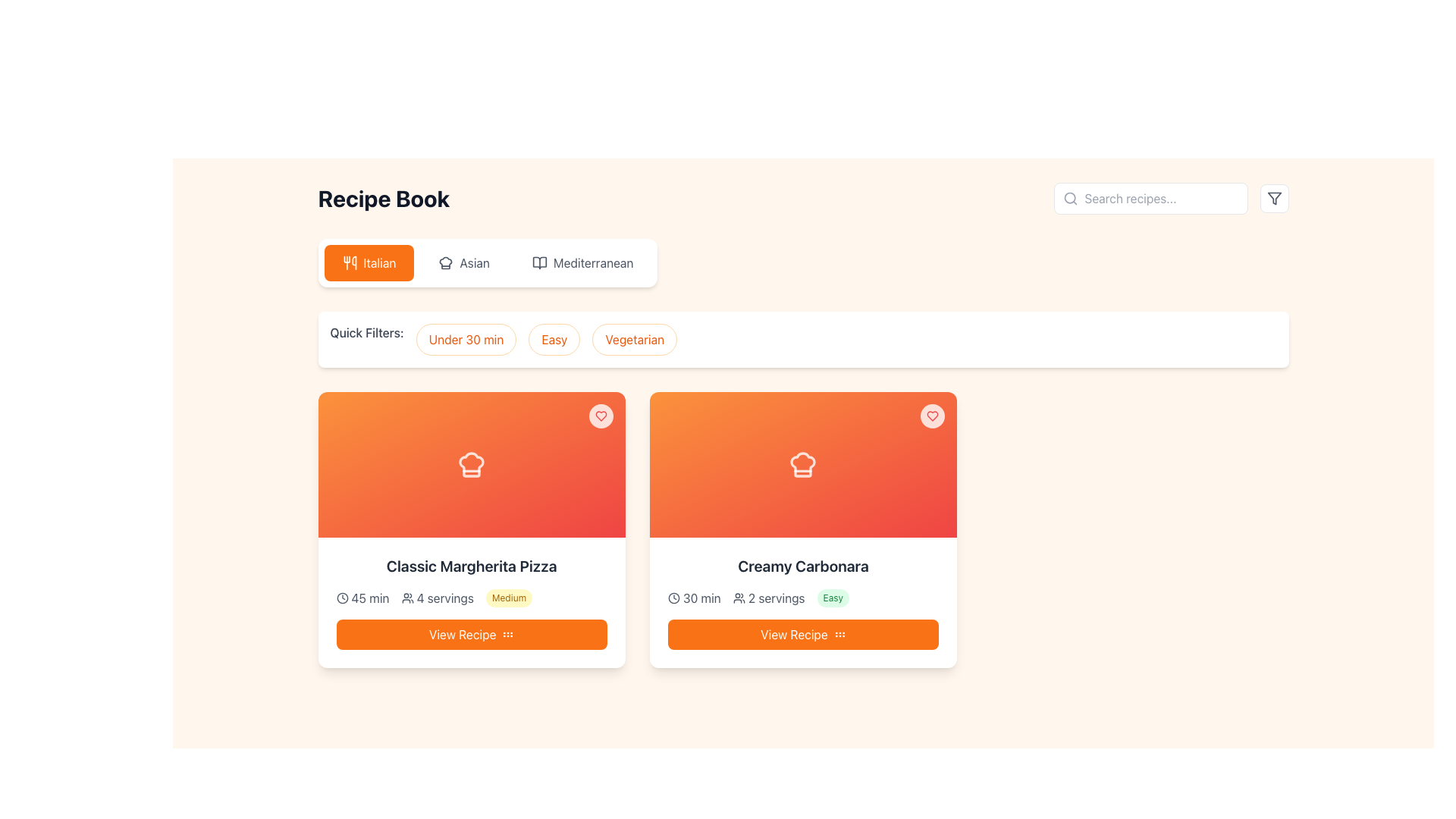 Image resolution: width=1456 pixels, height=819 pixels. I want to click on the chef hat icon that represents the 'Creamy Carbonara' recipe, which is centered within an orange-to-red gradient card, so click(802, 464).